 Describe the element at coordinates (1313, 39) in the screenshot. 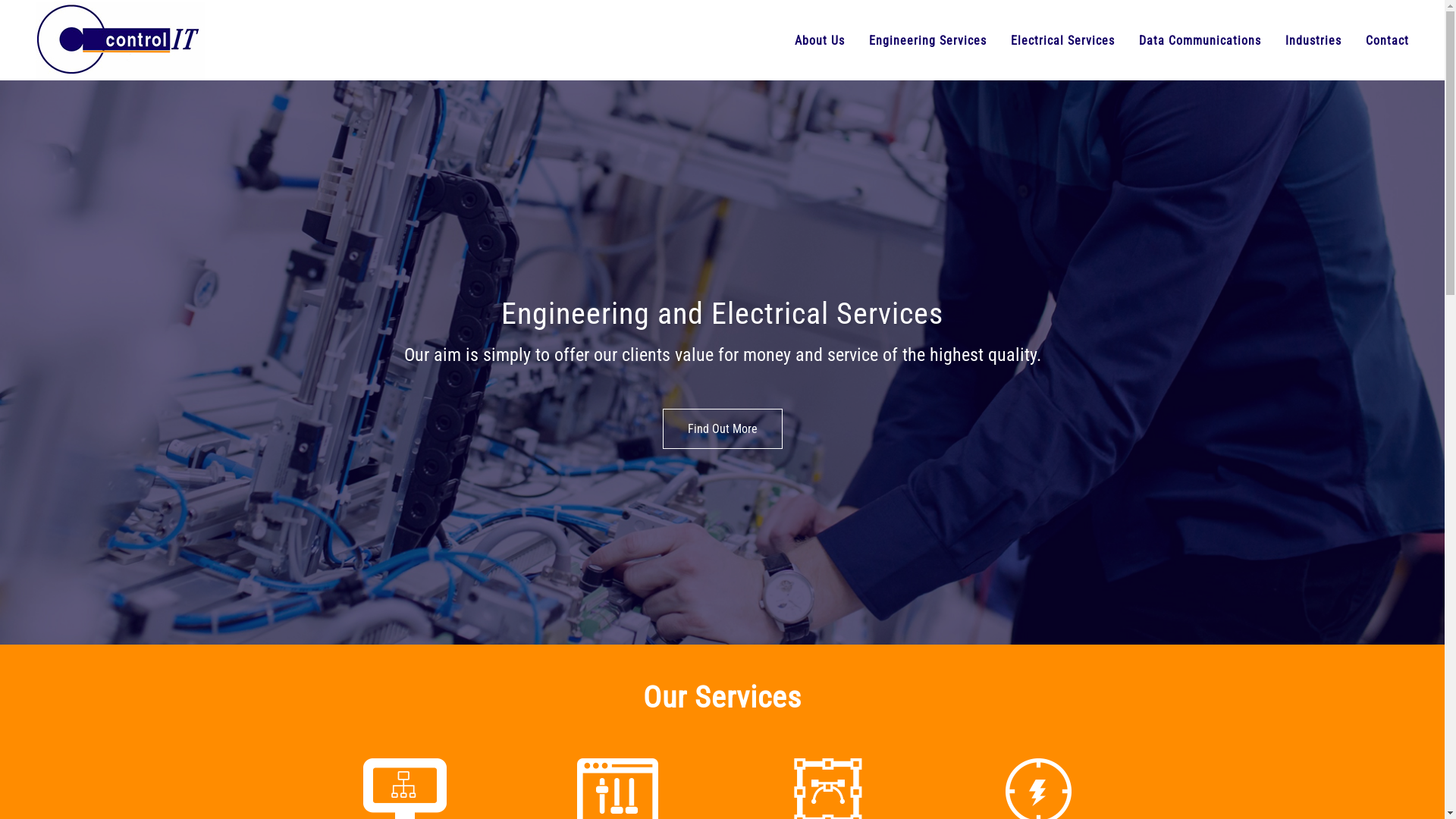

I see `'Industries'` at that location.